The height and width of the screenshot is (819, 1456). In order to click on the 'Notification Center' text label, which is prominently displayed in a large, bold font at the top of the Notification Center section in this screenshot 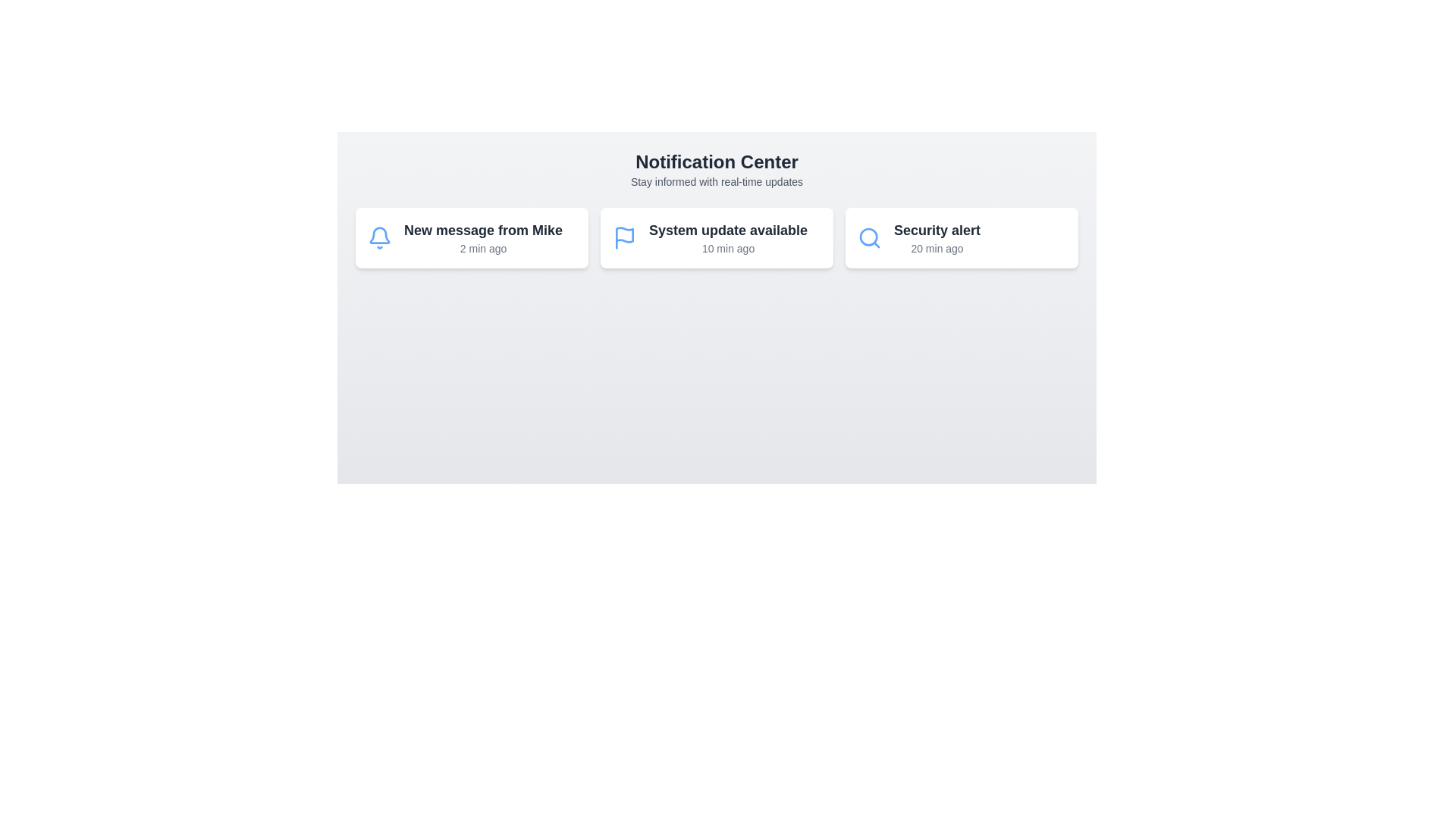, I will do `click(716, 162)`.